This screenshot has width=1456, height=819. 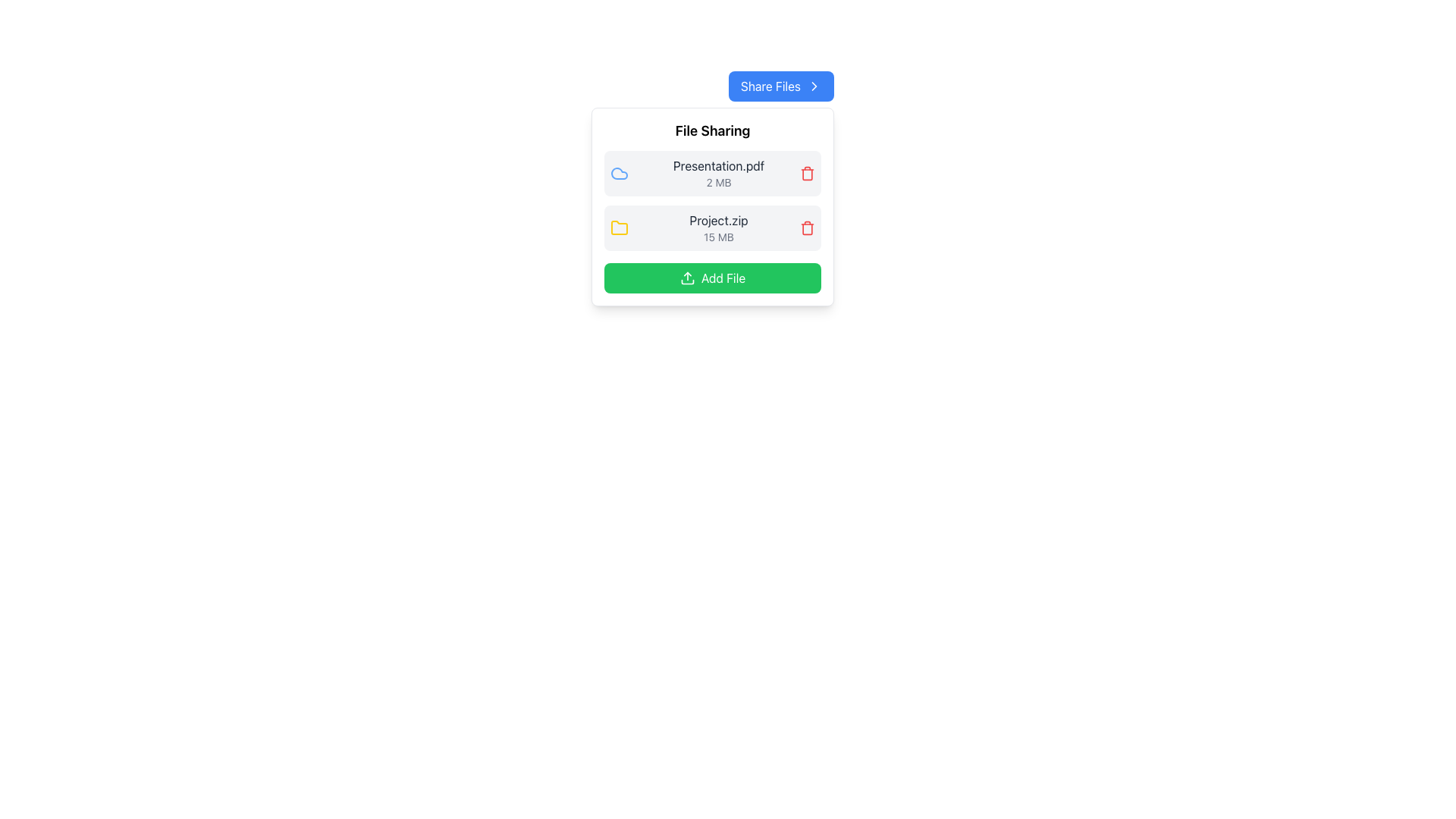 What do you see at coordinates (807, 227) in the screenshot?
I see `the delete button icon for 'Project.zip' to darken its red color` at bounding box center [807, 227].